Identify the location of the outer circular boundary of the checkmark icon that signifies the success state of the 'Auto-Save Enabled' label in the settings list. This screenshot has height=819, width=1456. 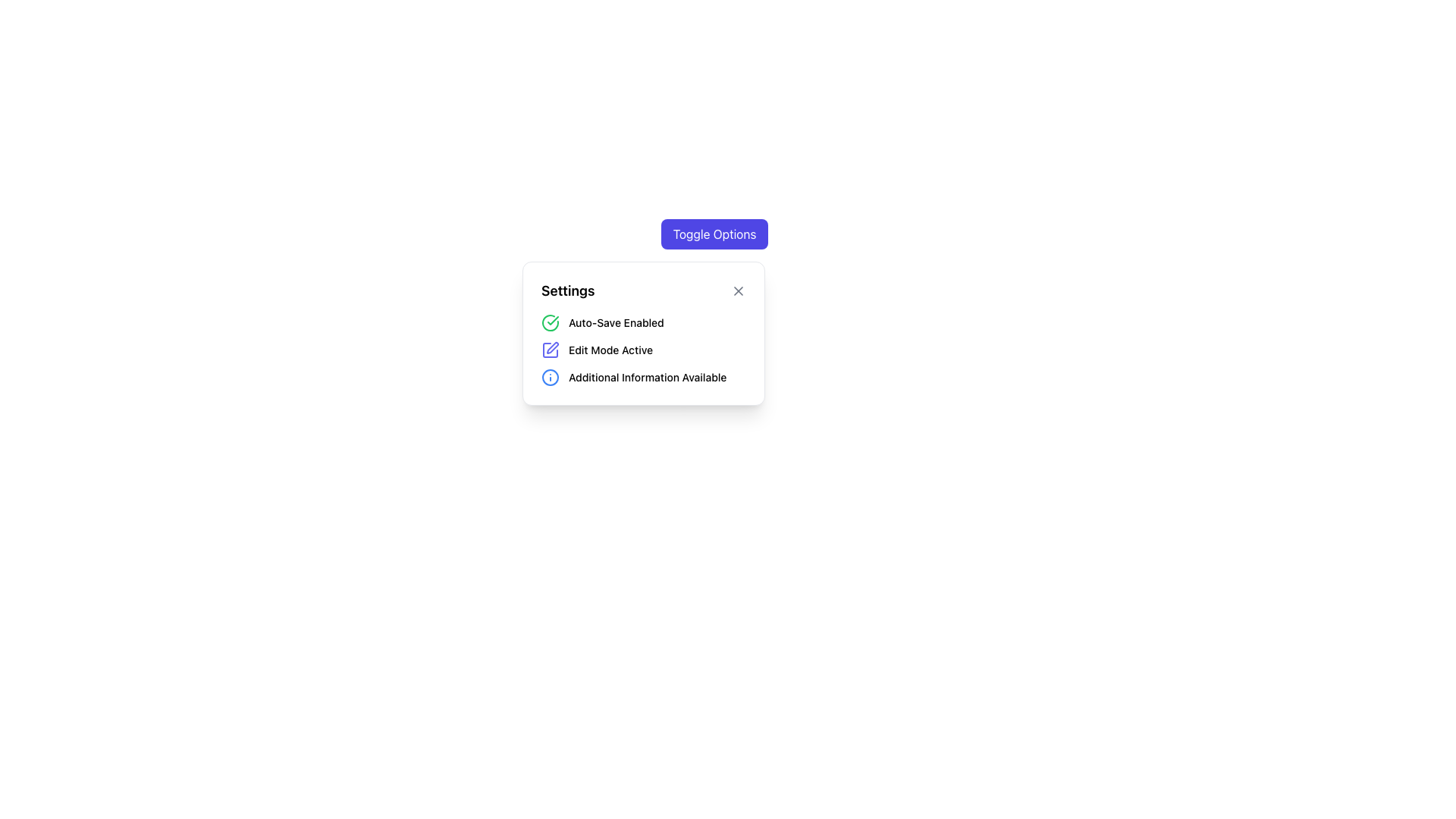
(549, 322).